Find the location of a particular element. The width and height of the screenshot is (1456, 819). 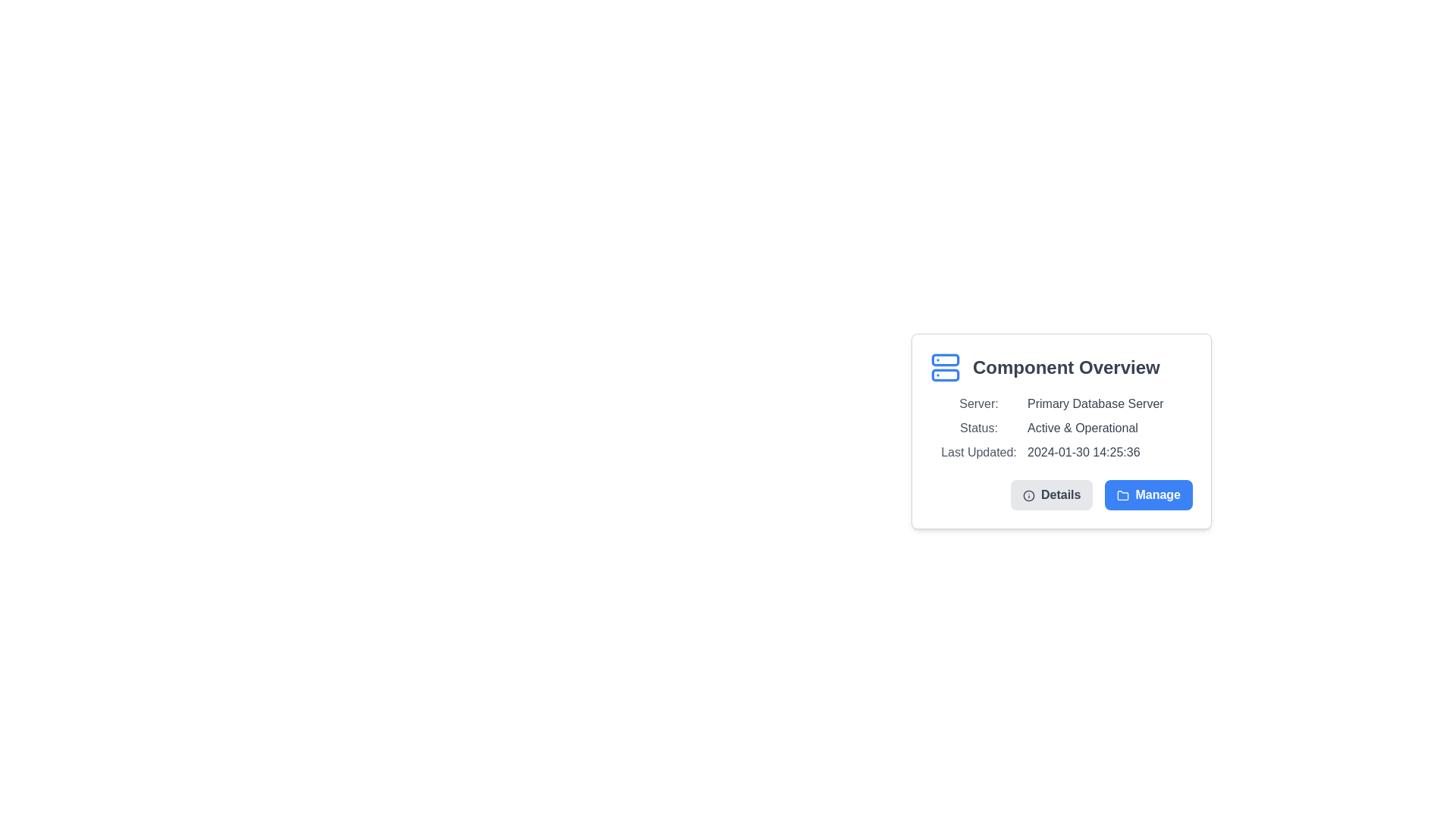

the Header element that contains a blue server icon and the text 'Component Overview', which is styled in bold and large font, and positioned at the top of a white card is located at coordinates (1061, 368).